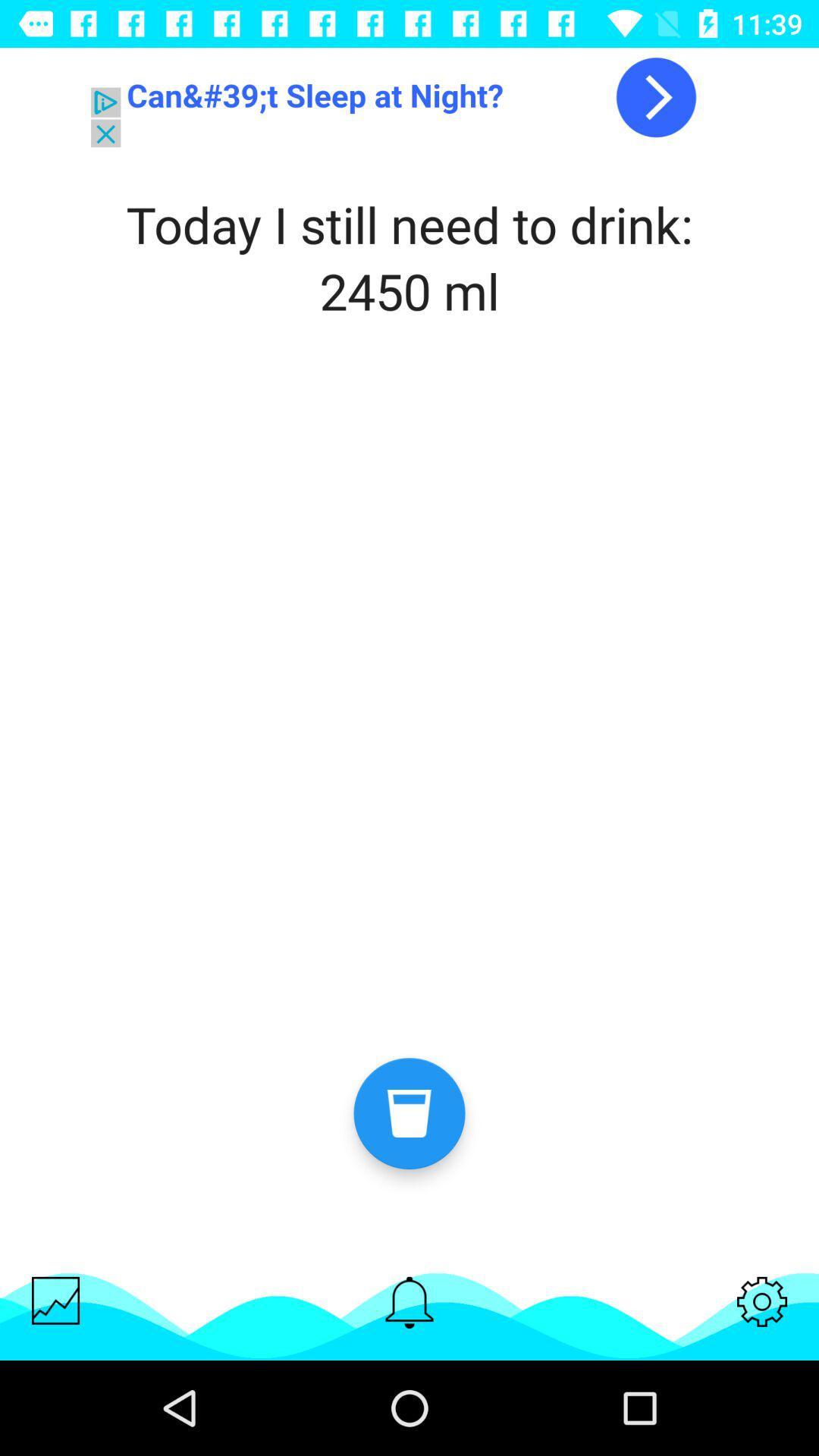  Describe the element at coordinates (762, 1301) in the screenshot. I see `the settings icon` at that location.